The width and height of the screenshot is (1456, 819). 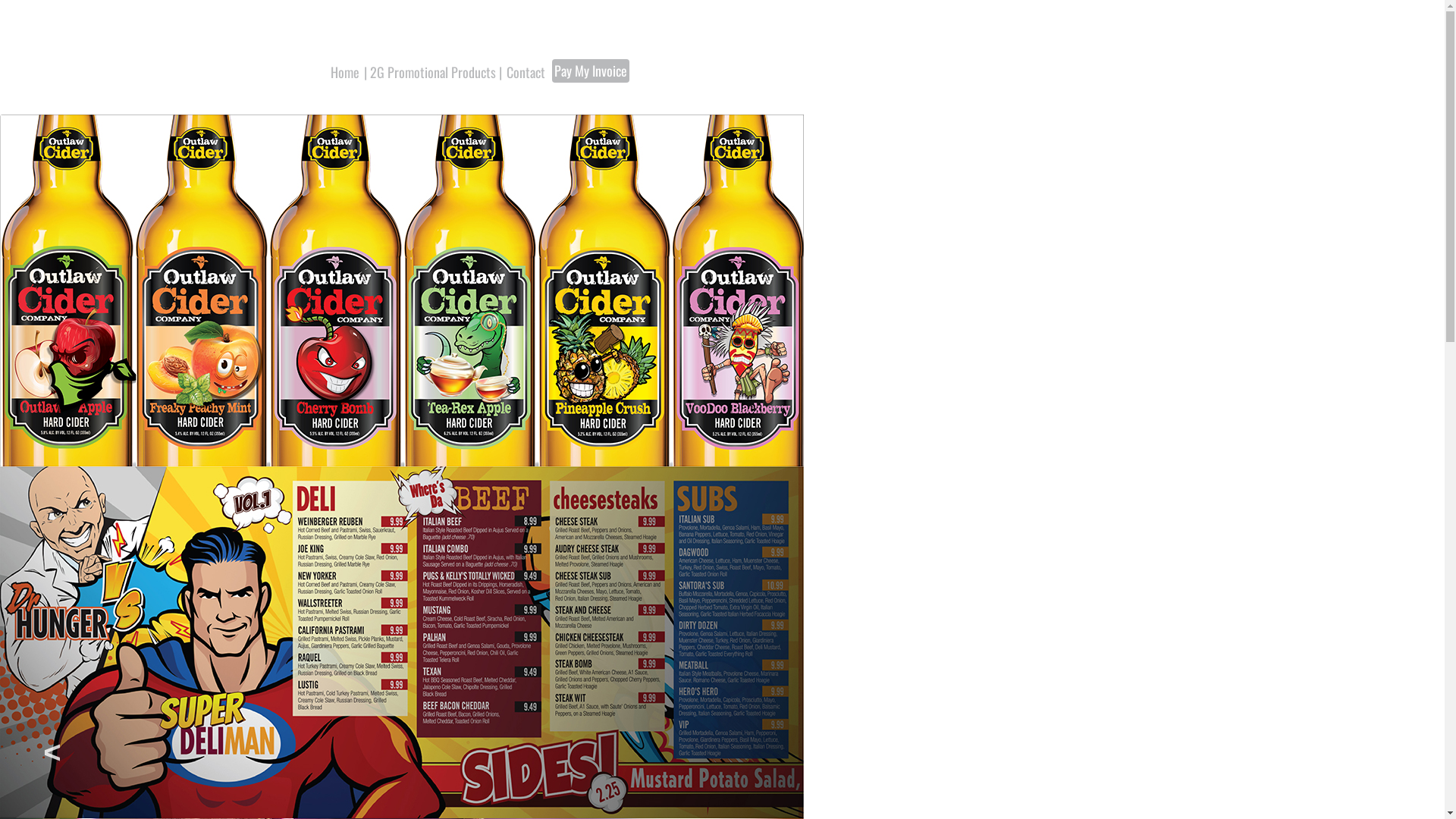 What do you see at coordinates (525, 72) in the screenshot?
I see `'Contact'` at bounding box center [525, 72].